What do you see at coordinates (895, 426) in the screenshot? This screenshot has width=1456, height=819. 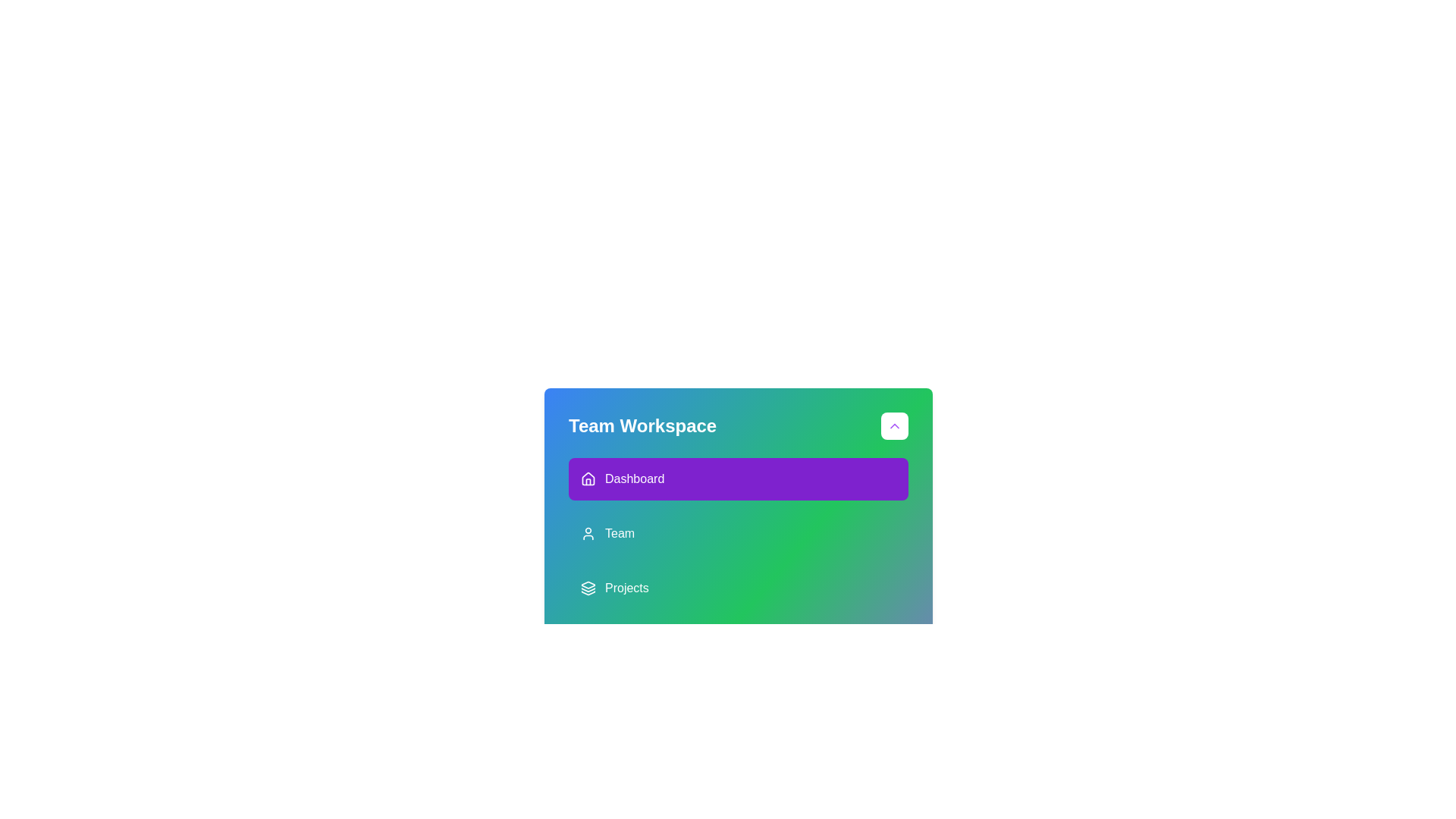 I see `the button with a white background and purple text in the top-right corner of the 'Team Workspace' bar` at bounding box center [895, 426].